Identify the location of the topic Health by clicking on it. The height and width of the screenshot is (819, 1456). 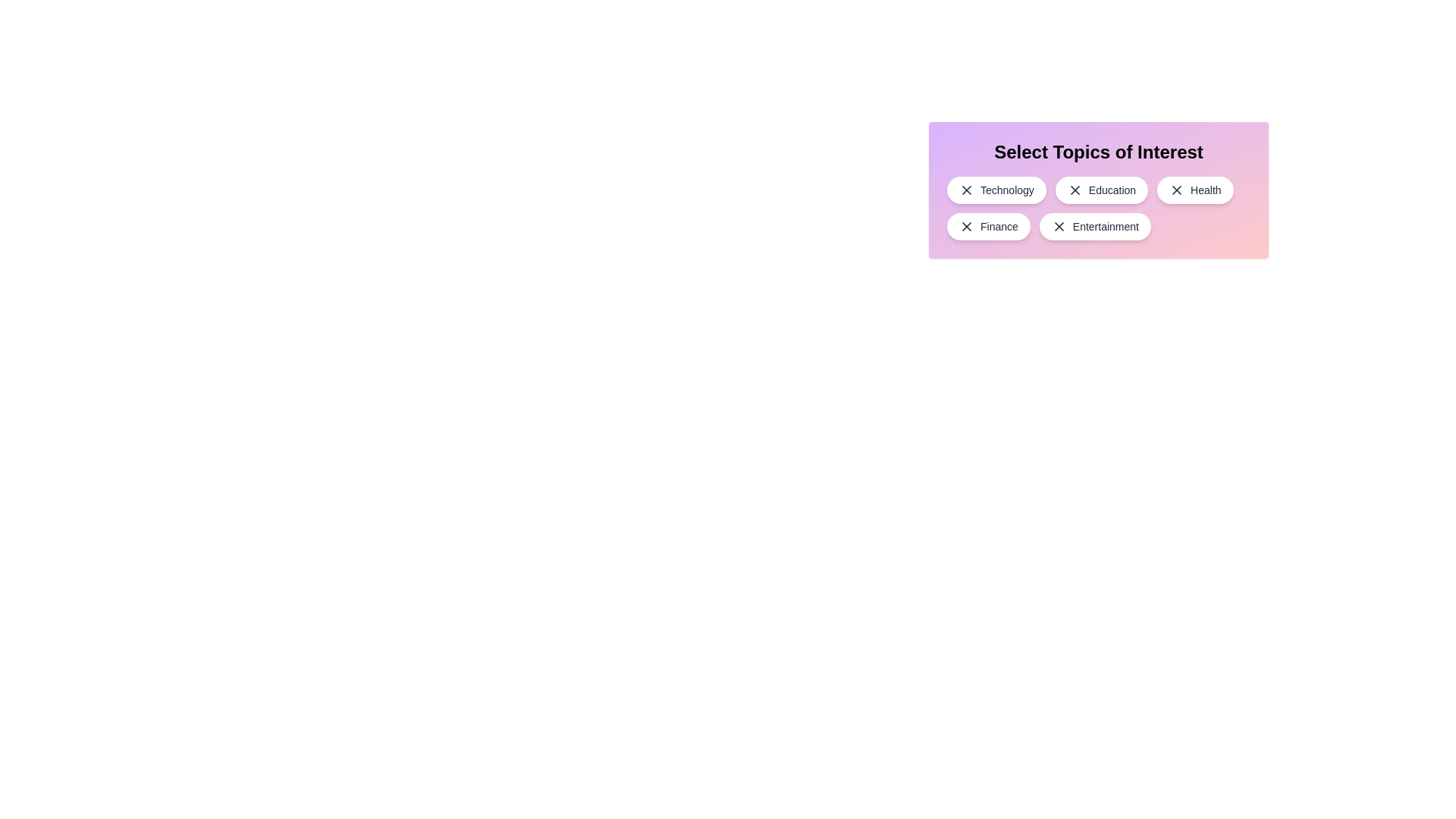
(1194, 189).